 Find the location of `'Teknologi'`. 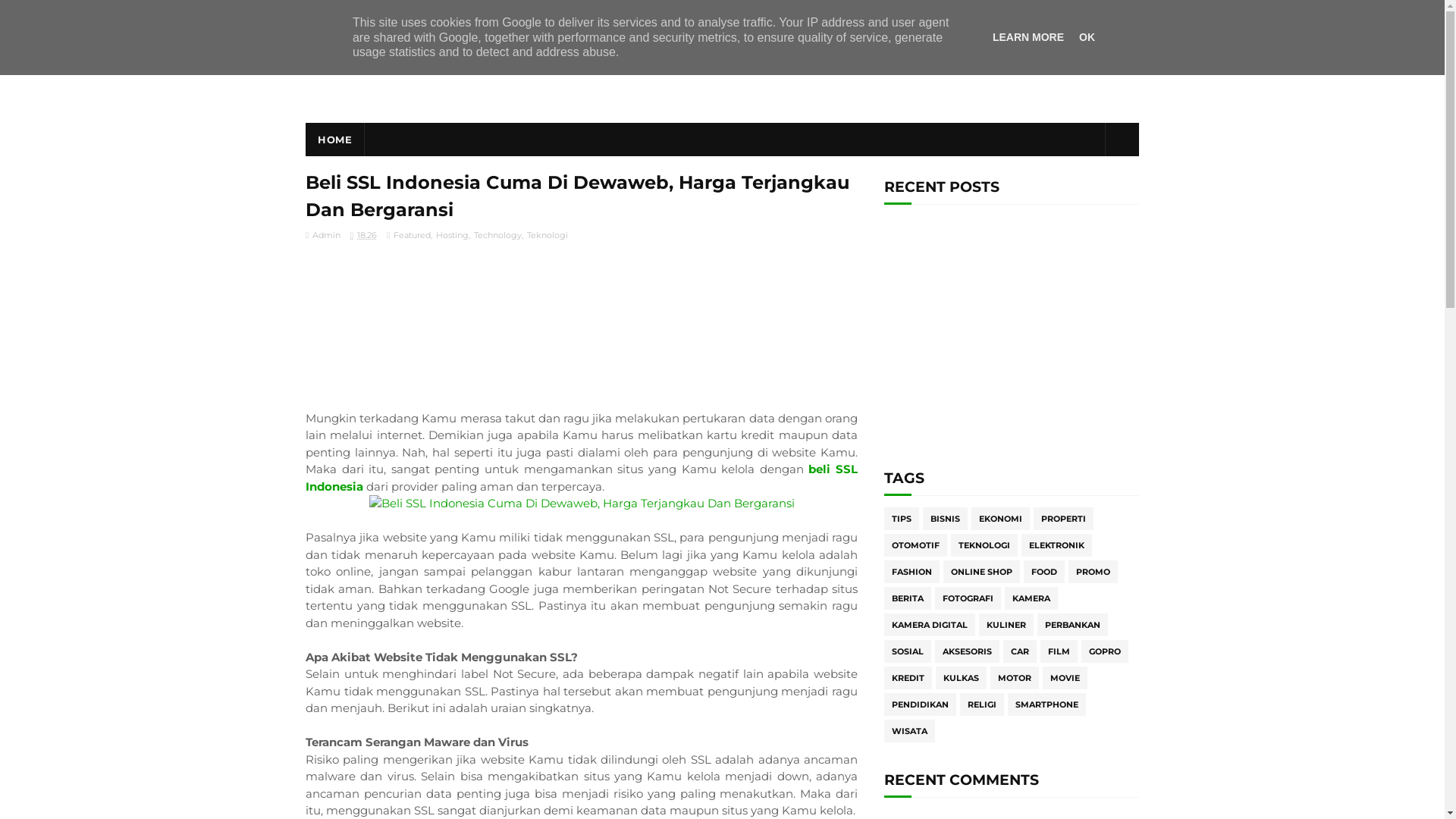

'Teknologi' is located at coordinates (546, 234).